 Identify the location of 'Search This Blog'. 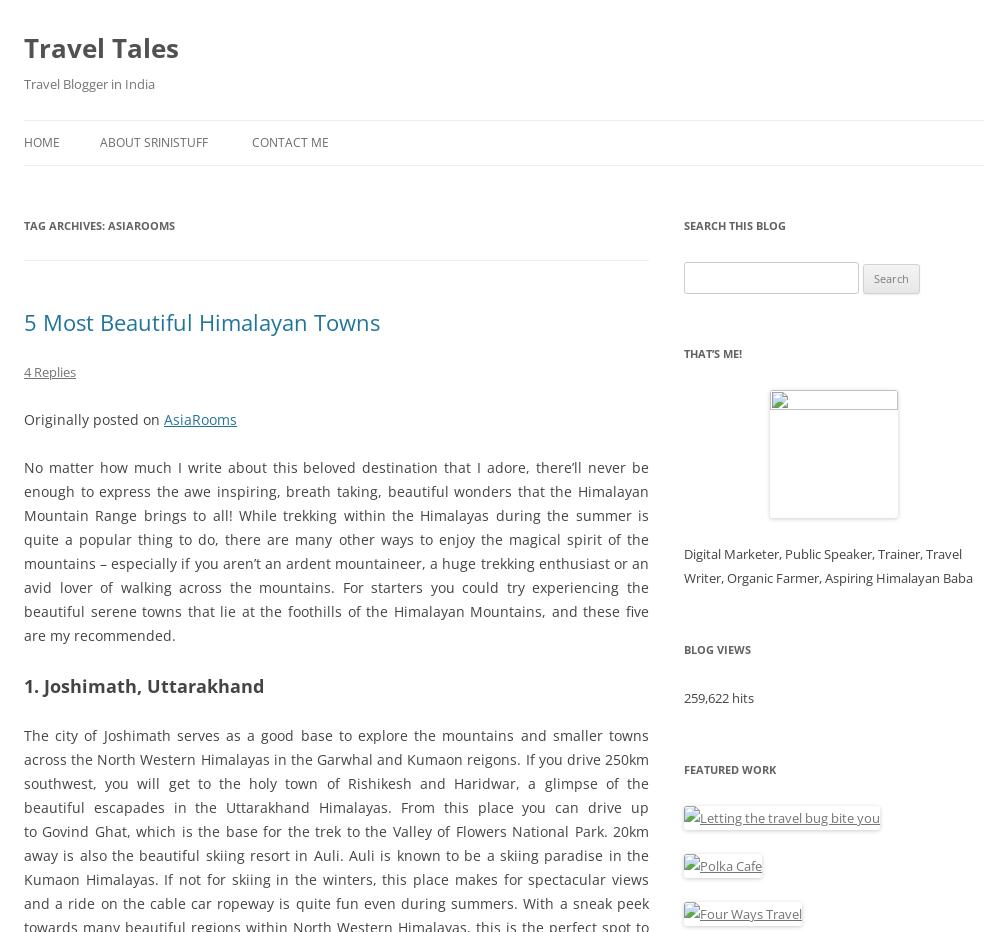
(684, 225).